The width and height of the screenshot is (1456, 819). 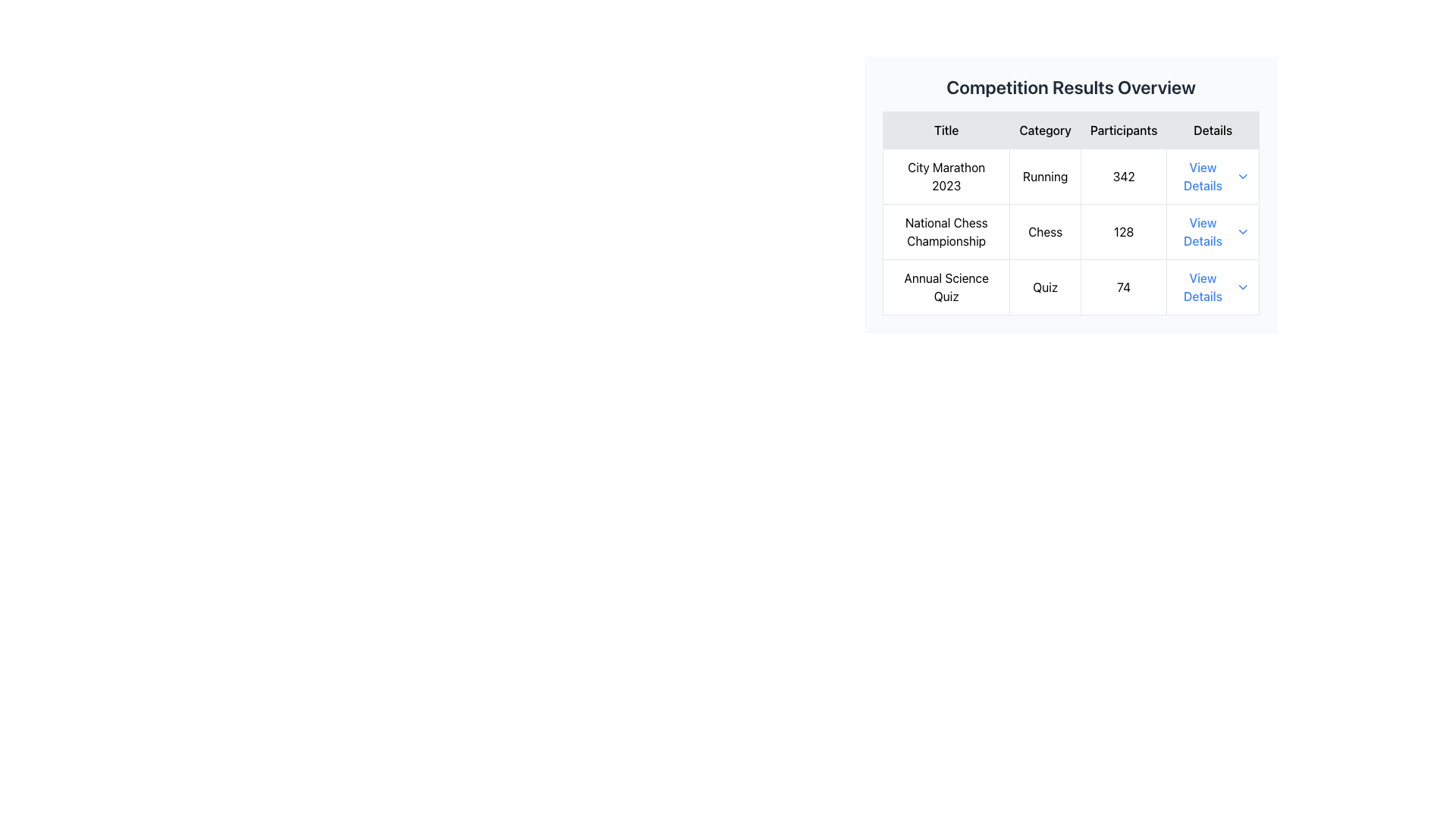 I want to click on the table header cell labeled 'Category', which is the second column header in the table, located between 'Title' and 'Participants', so click(x=1044, y=130).